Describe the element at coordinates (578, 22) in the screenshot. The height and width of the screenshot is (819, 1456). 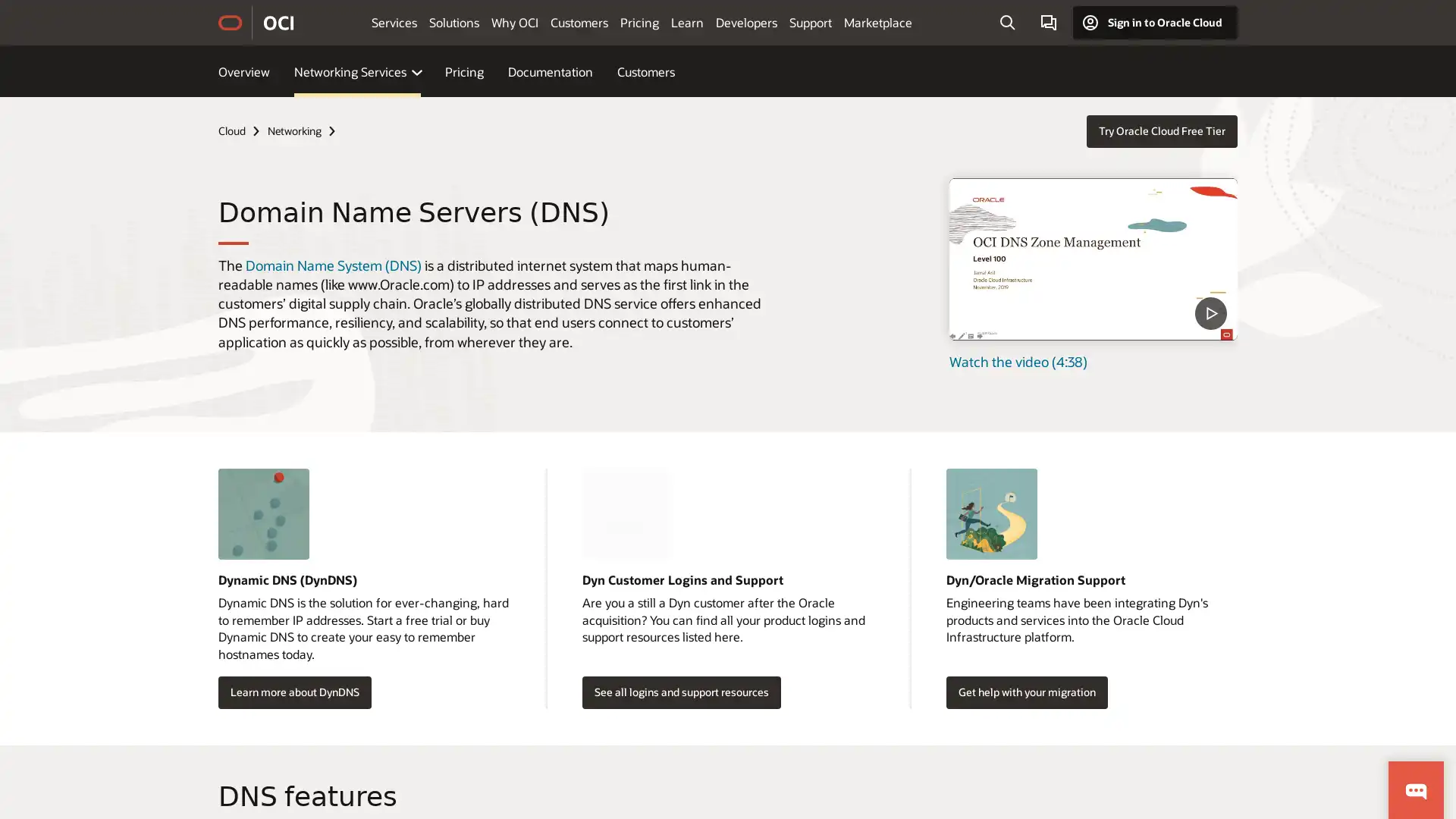
I see `Customers` at that location.